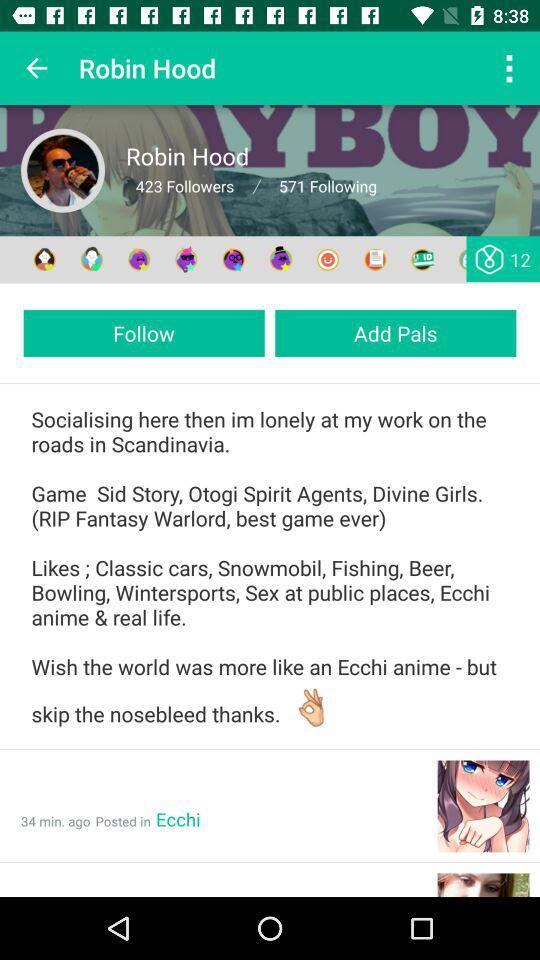 The width and height of the screenshot is (540, 960). What do you see at coordinates (232, 258) in the screenshot?
I see `connect with other users` at bounding box center [232, 258].